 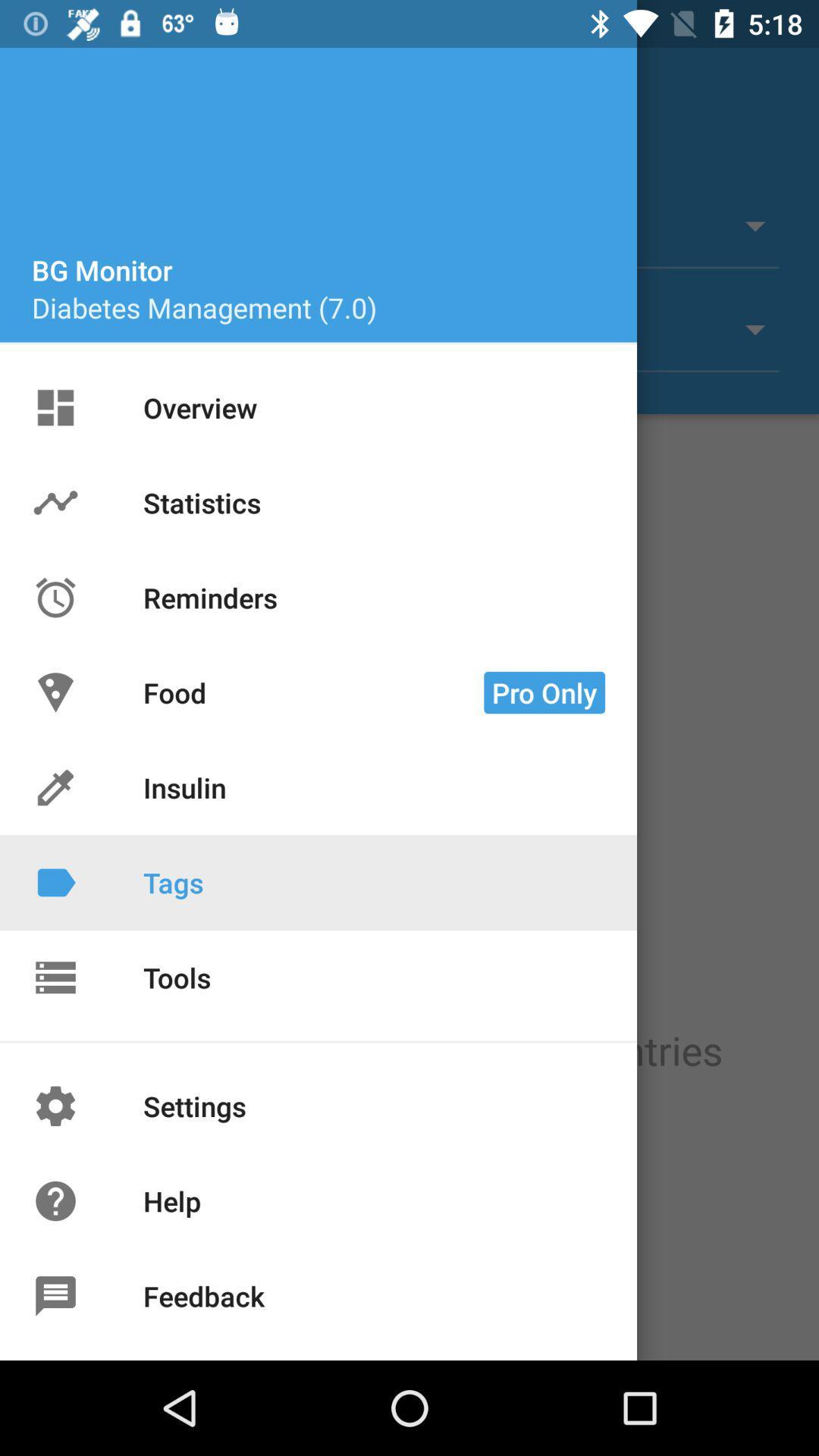 What do you see at coordinates (74, 414) in the screenshot?
I see `the dashboard icon` at bounding box center [74, 414].